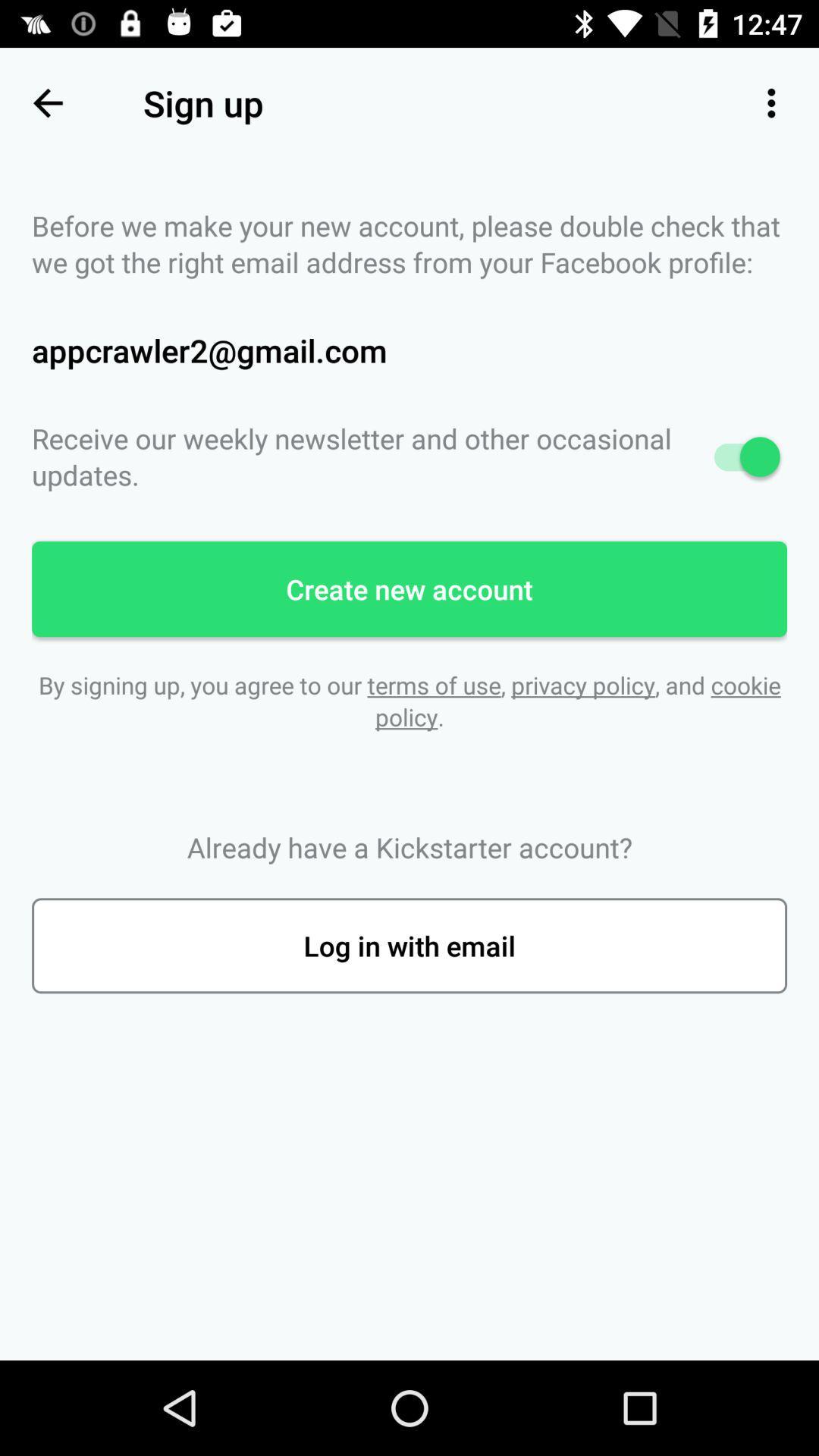 This screenshot has width=819, height=1456. I want to click on the item to the left of the sign up icon, so click(46, 102).